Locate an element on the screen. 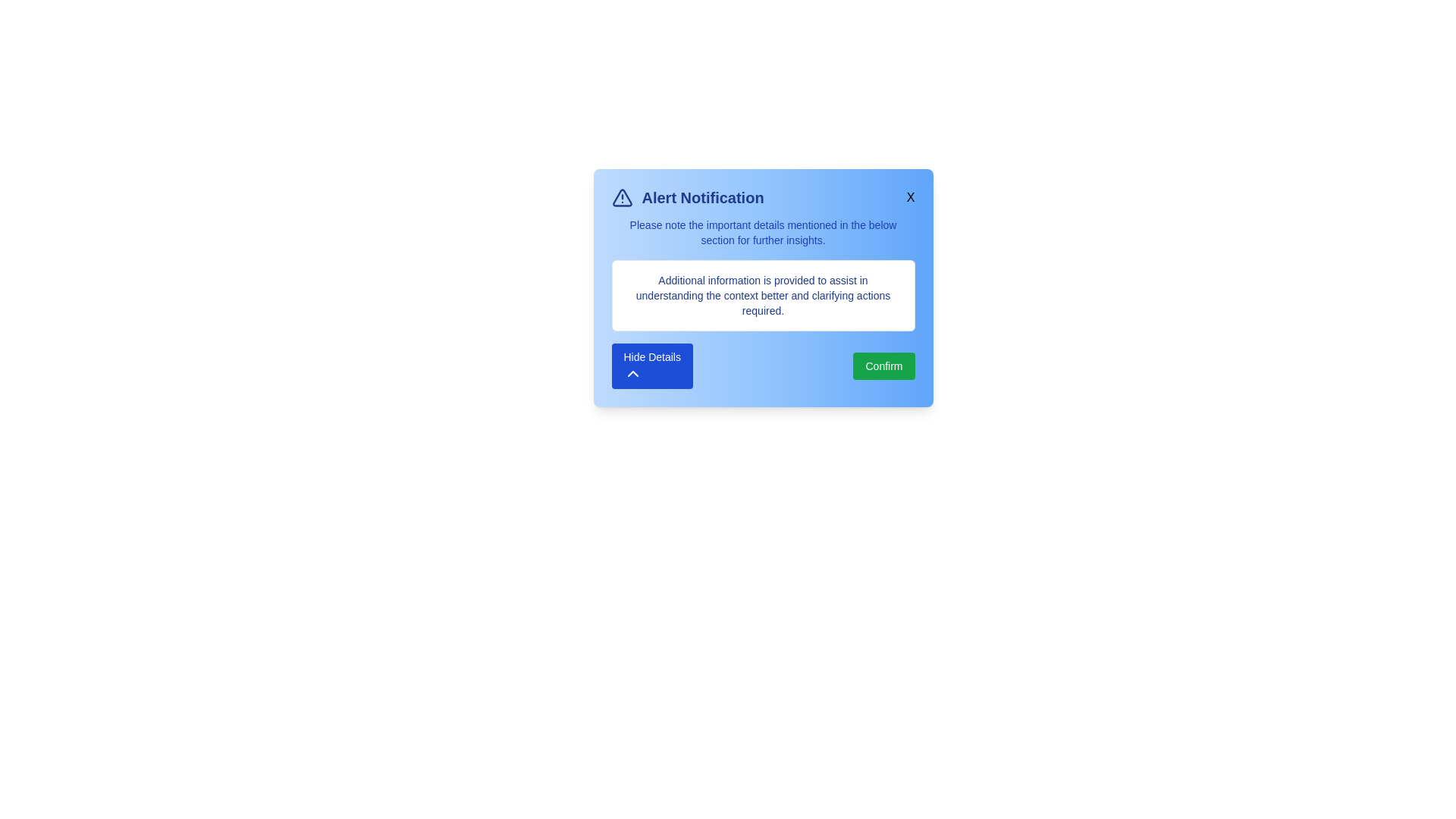 This screenshot has width=1456, height=819. 'Hide Details' button to collapse the additional information is located at coordinates (651, 366).